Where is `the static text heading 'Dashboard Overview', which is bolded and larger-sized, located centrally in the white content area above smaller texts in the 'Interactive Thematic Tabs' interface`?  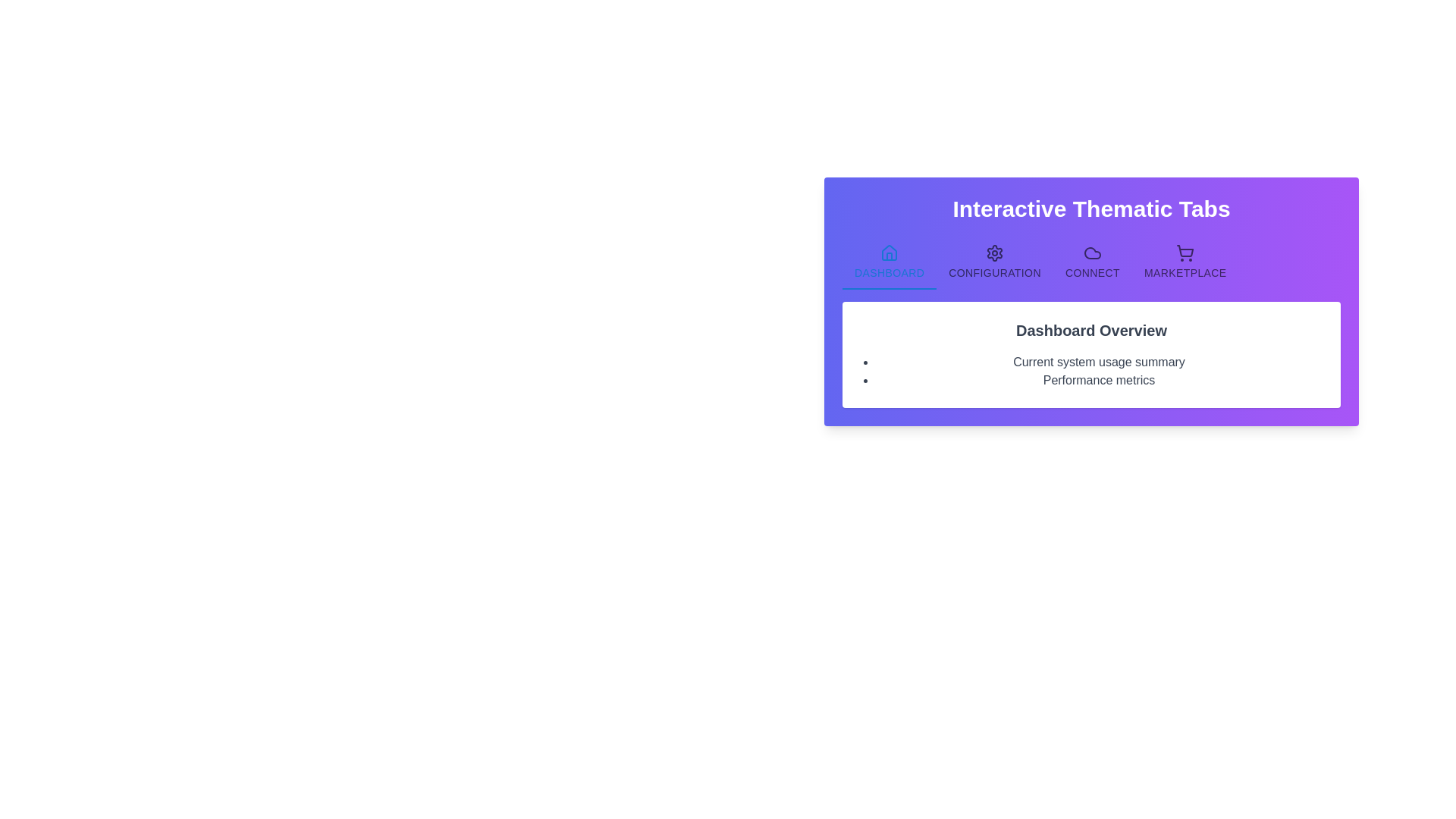
the static text heading 'Dashboard Overview', which is bolded and larger-sized, located centrally in the white content area above smaller texts in the 'Interactive Thematic Tabs' interface is located at coordinates (1090, 329).